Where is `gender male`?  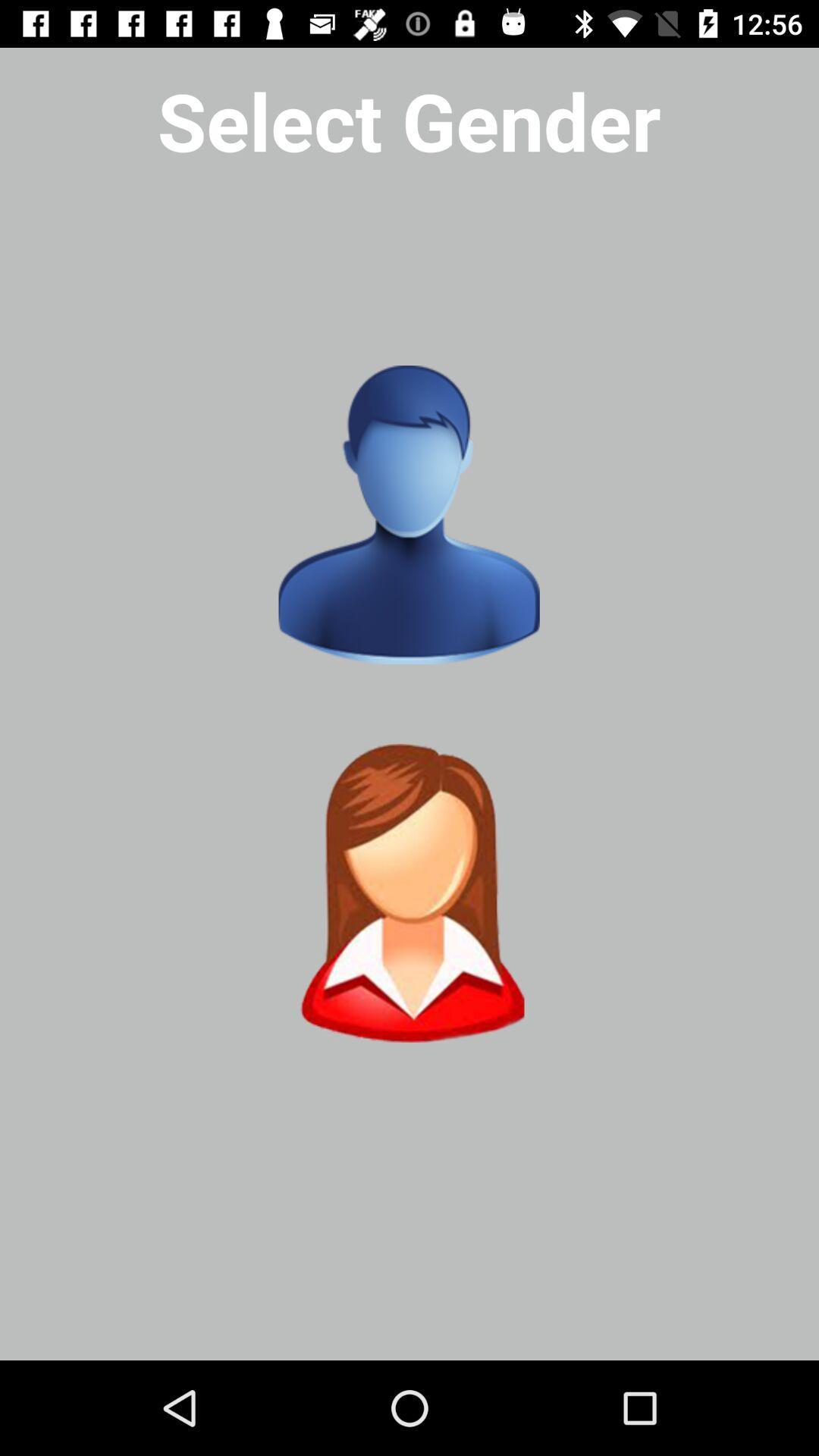 gender male is located at coordinates (408, 515).